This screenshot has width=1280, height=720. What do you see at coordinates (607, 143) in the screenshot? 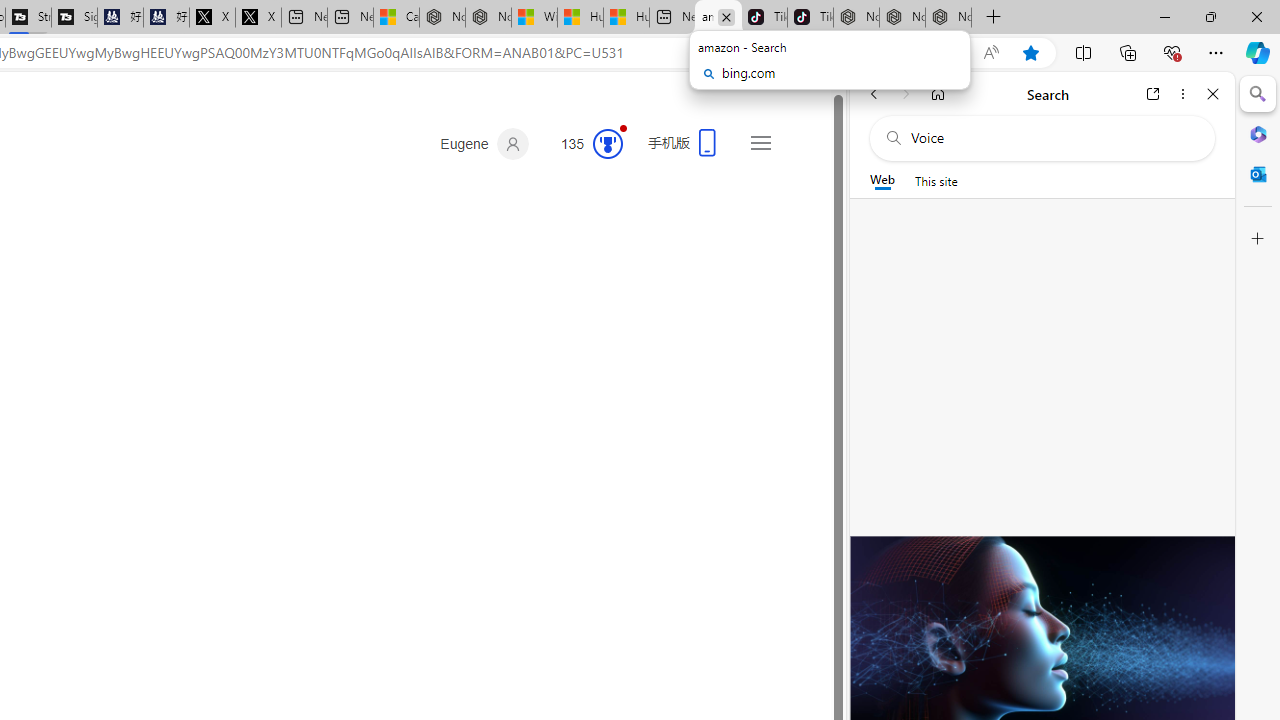
I see `'Class: outer-circle-animation'` at bounding box center [607, 143].